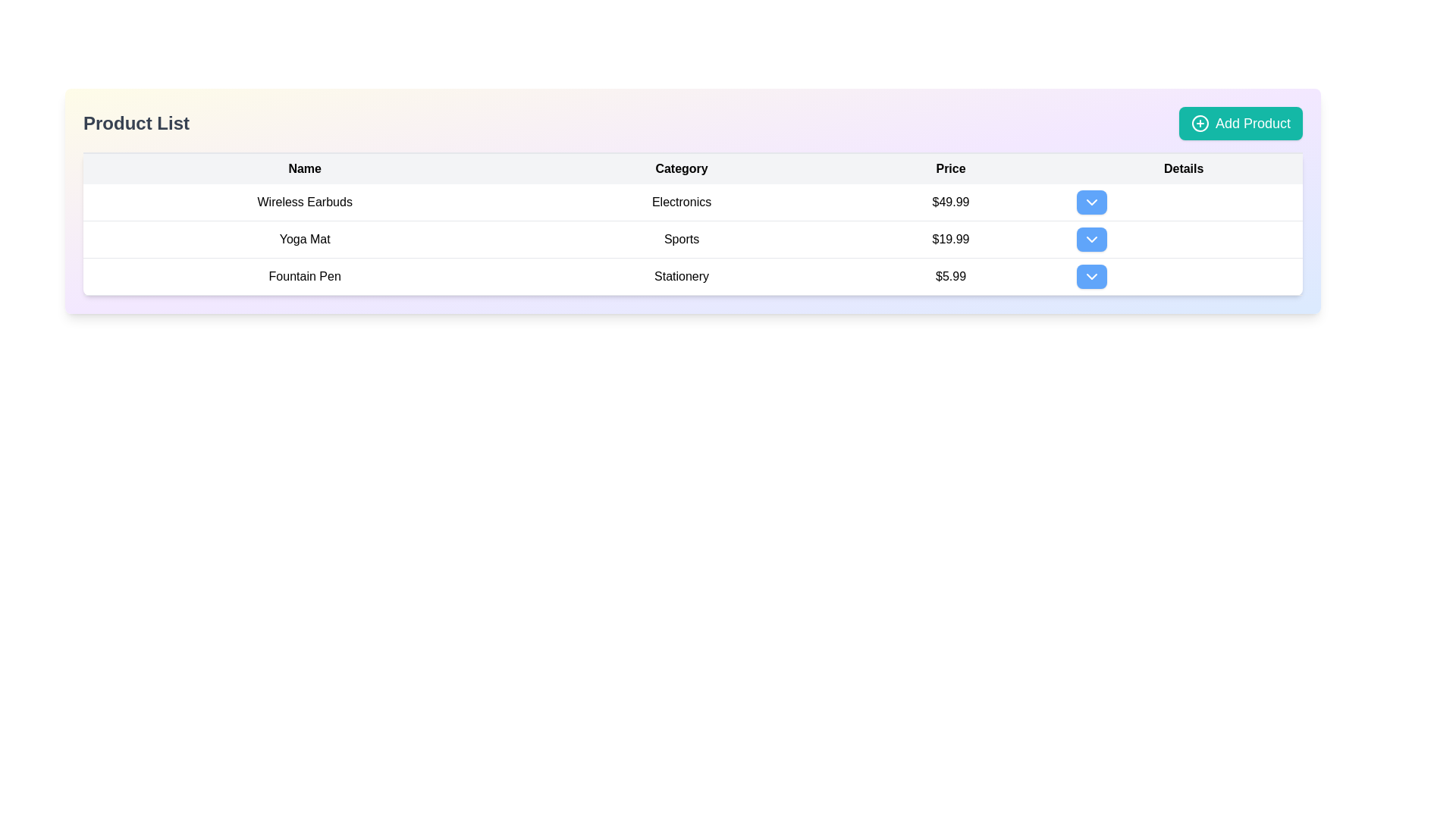  Describe the element at coordinates (1199, 122) in the screenshot. I see `the 'Add Product' icon located at the top right of the interface` at that location.